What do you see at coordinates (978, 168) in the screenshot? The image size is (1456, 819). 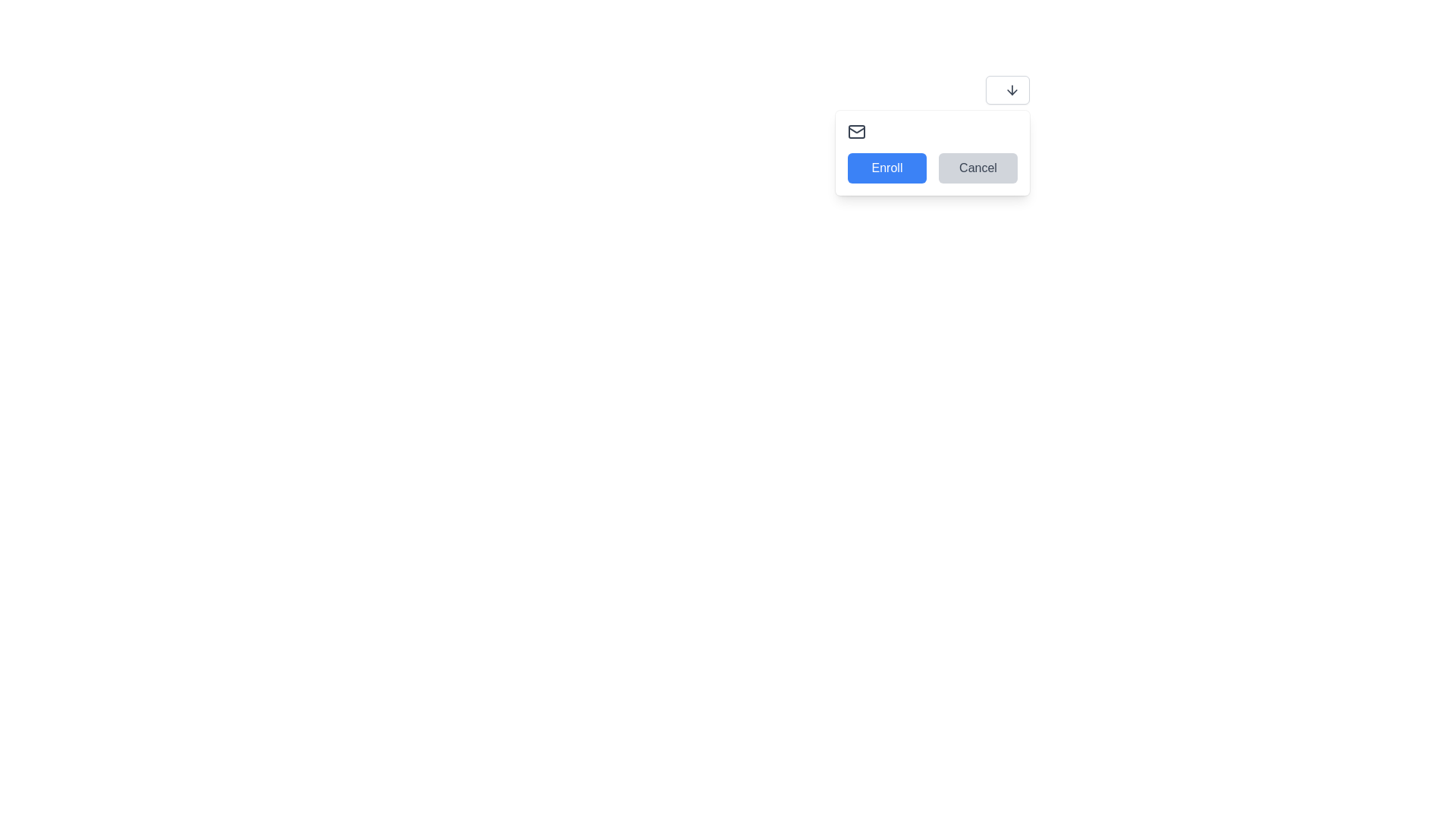 I see `the 'Cancel' button, which is a light gray rectangular button with rounded corners and labeled in dark gray text` at bounding box center [978, 168].